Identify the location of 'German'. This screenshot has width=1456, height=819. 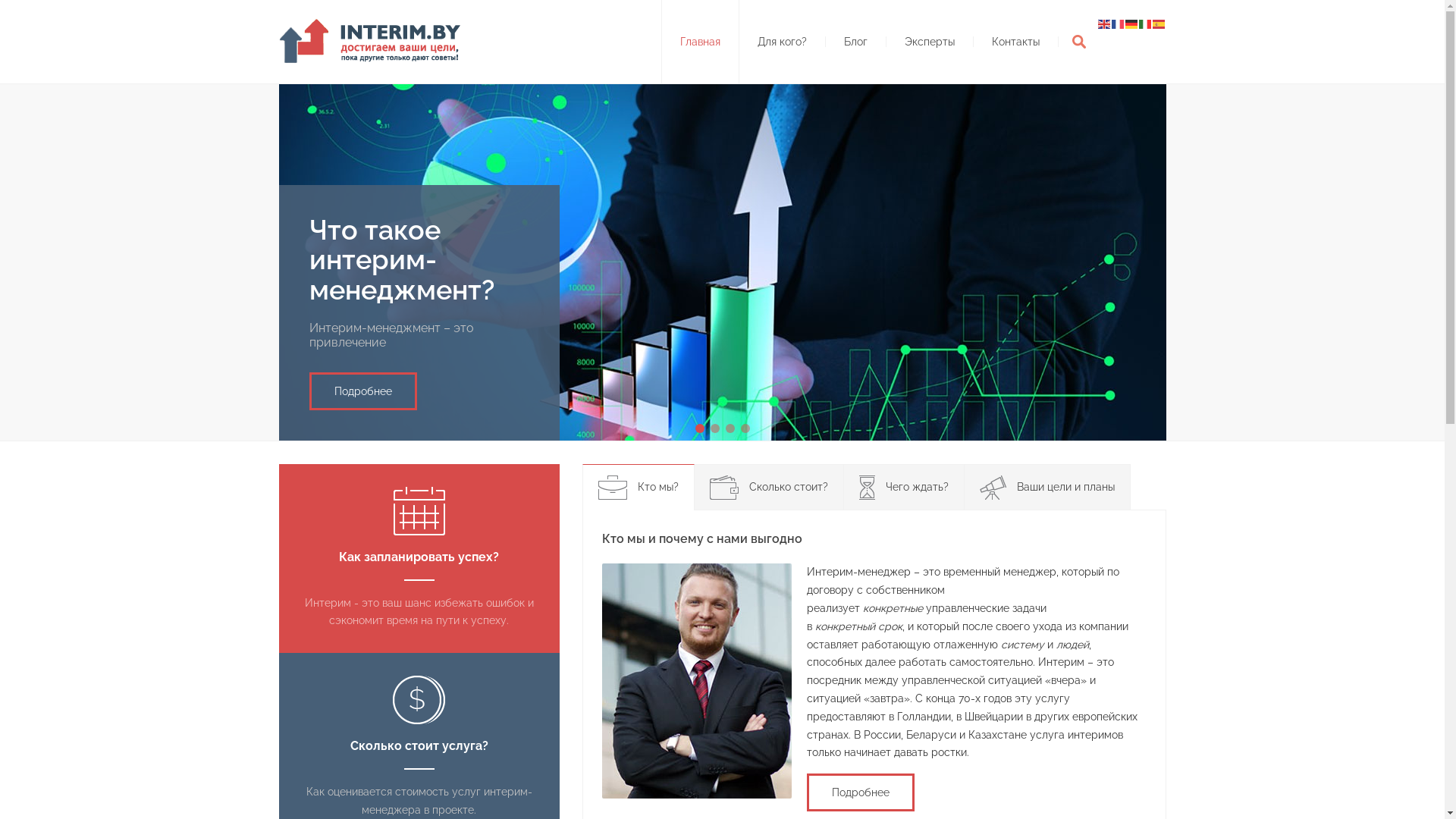
(1131, 23).